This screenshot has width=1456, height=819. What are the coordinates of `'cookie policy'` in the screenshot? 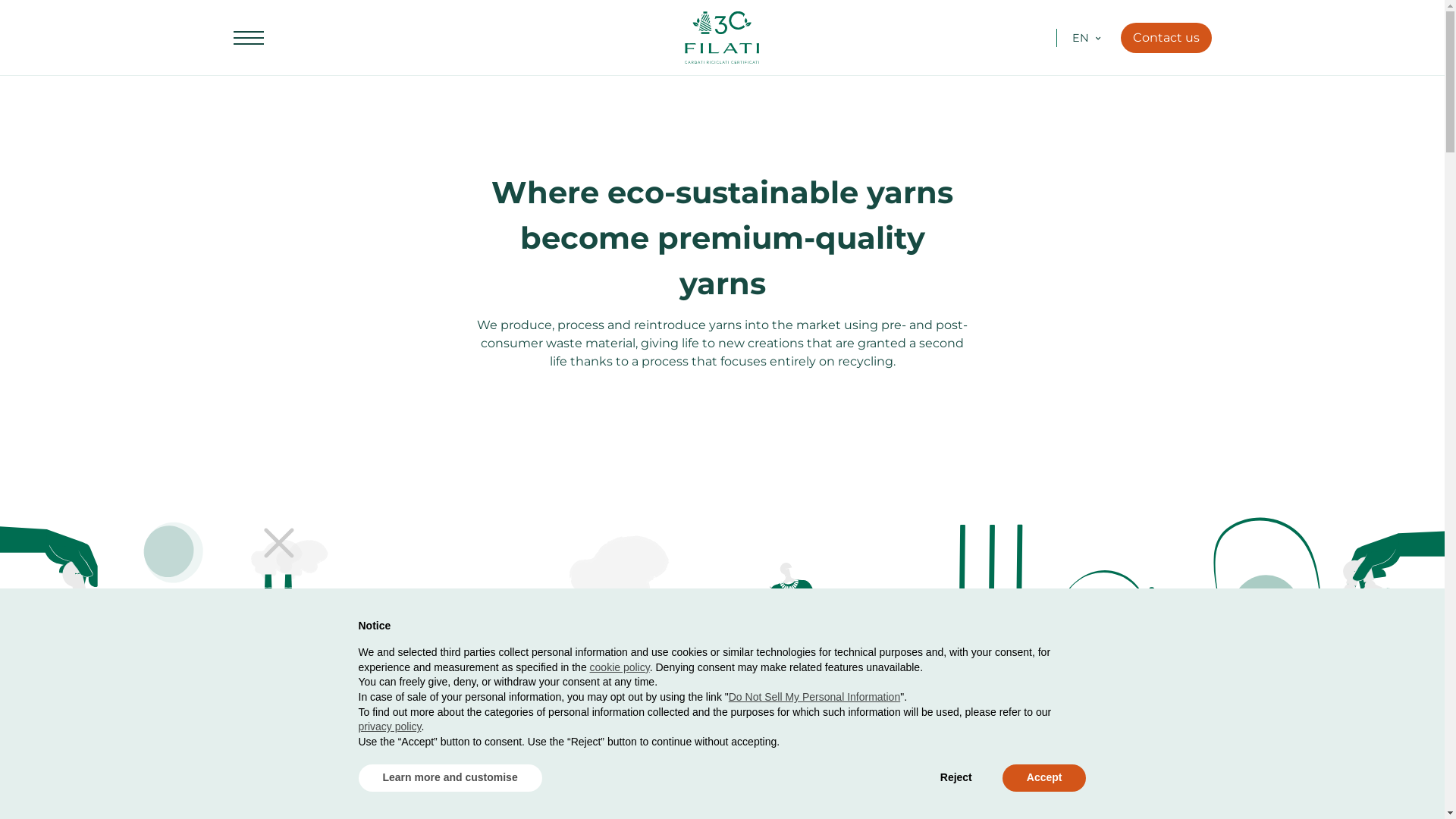 It's located at (620, 666).